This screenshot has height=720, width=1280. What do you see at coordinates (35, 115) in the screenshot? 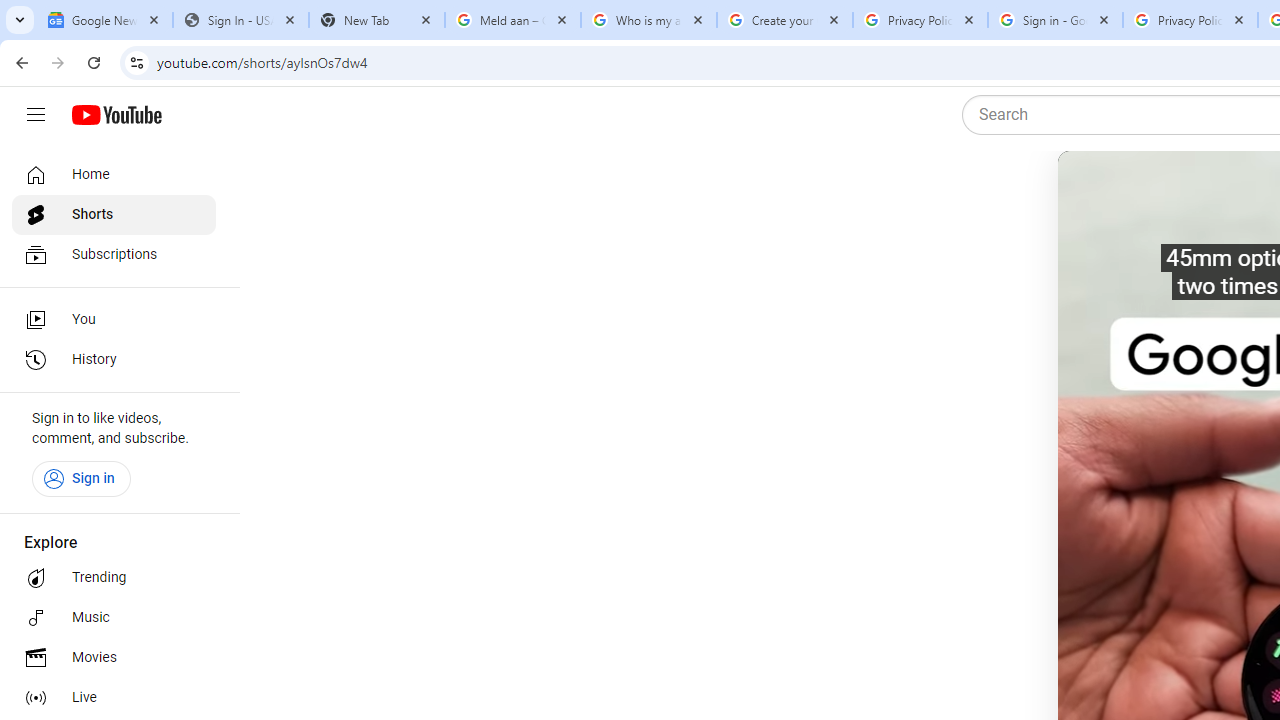
I see `'Guide'` at bounding box center [35, 115].